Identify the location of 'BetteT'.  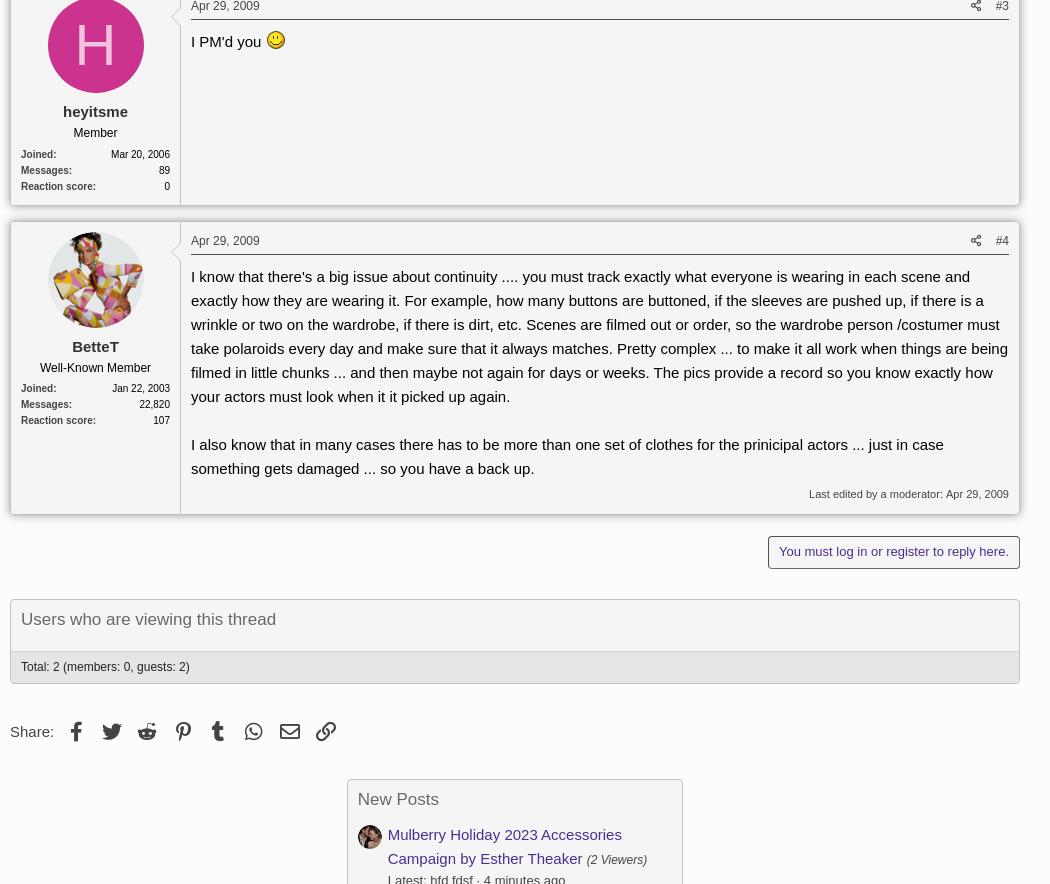
(95, 345).